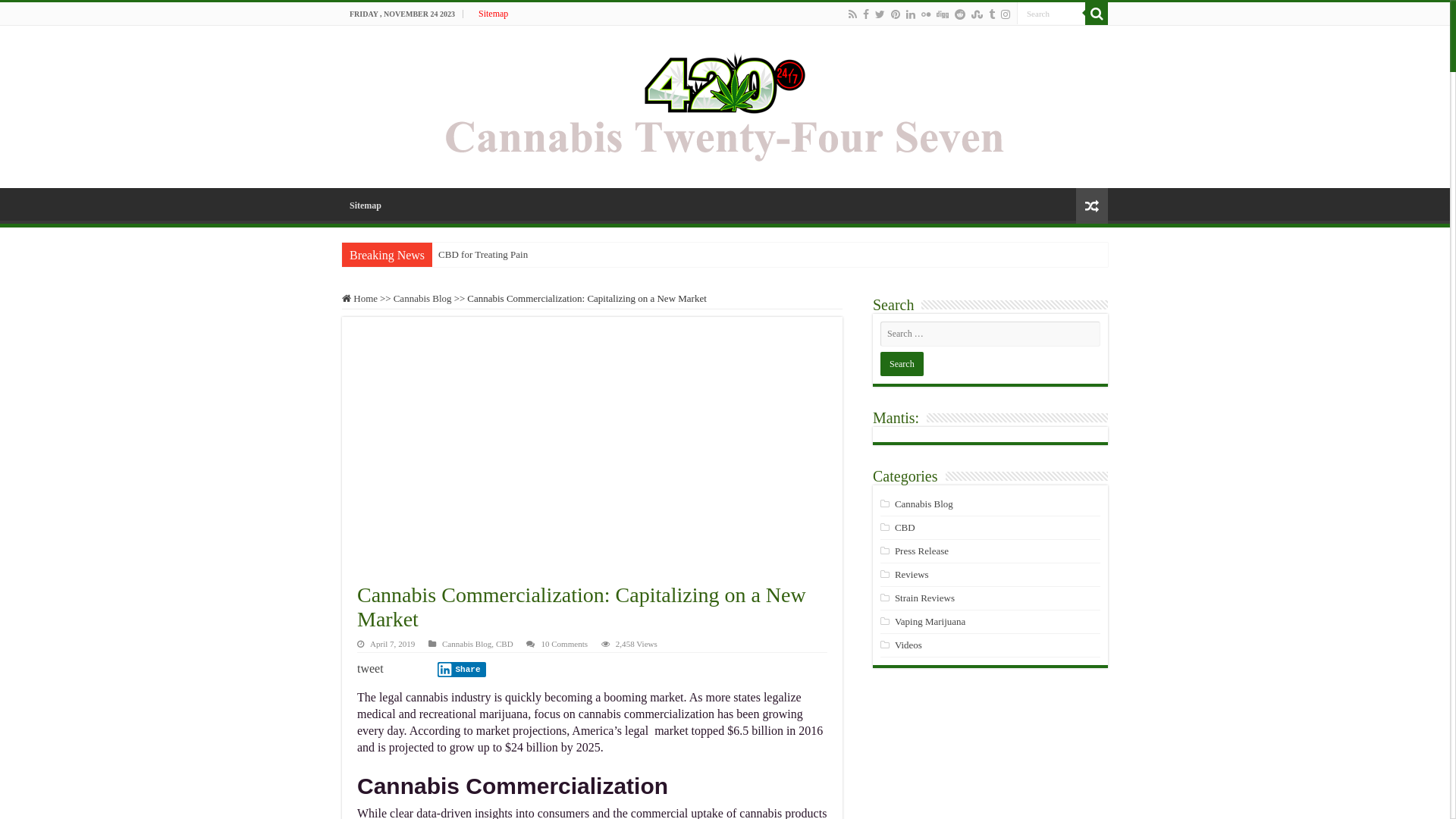 The width and height of the screenshot is (1456, 819). I want to click on 'Facebook', so click(866, 14).